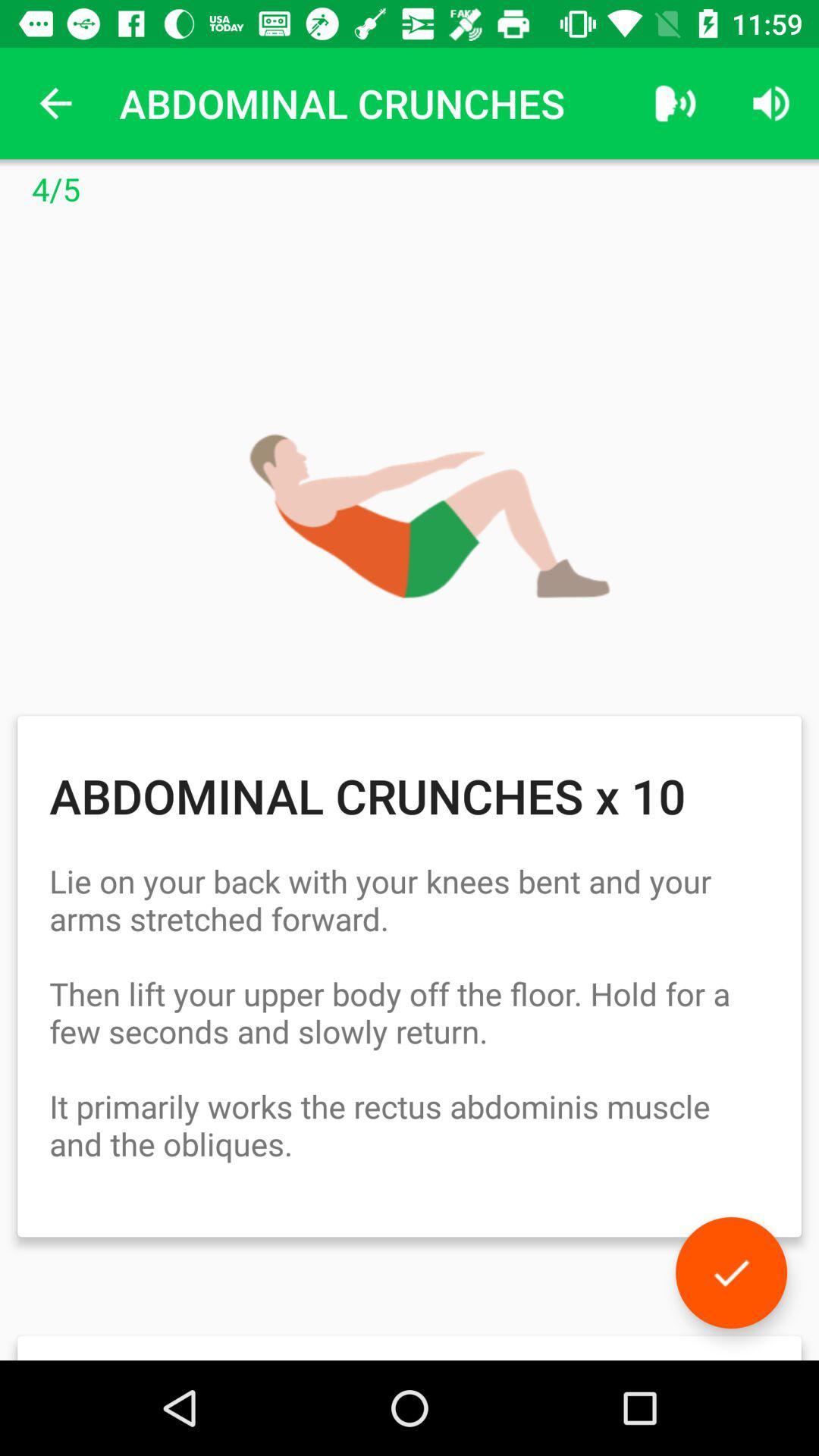 This screenshot has width=819, height=1456. What do you see at coordinates (675, 102) in the screenshot?
I see `the item to the right of the abdominal crunches icon` at bounding box center [675, 102].